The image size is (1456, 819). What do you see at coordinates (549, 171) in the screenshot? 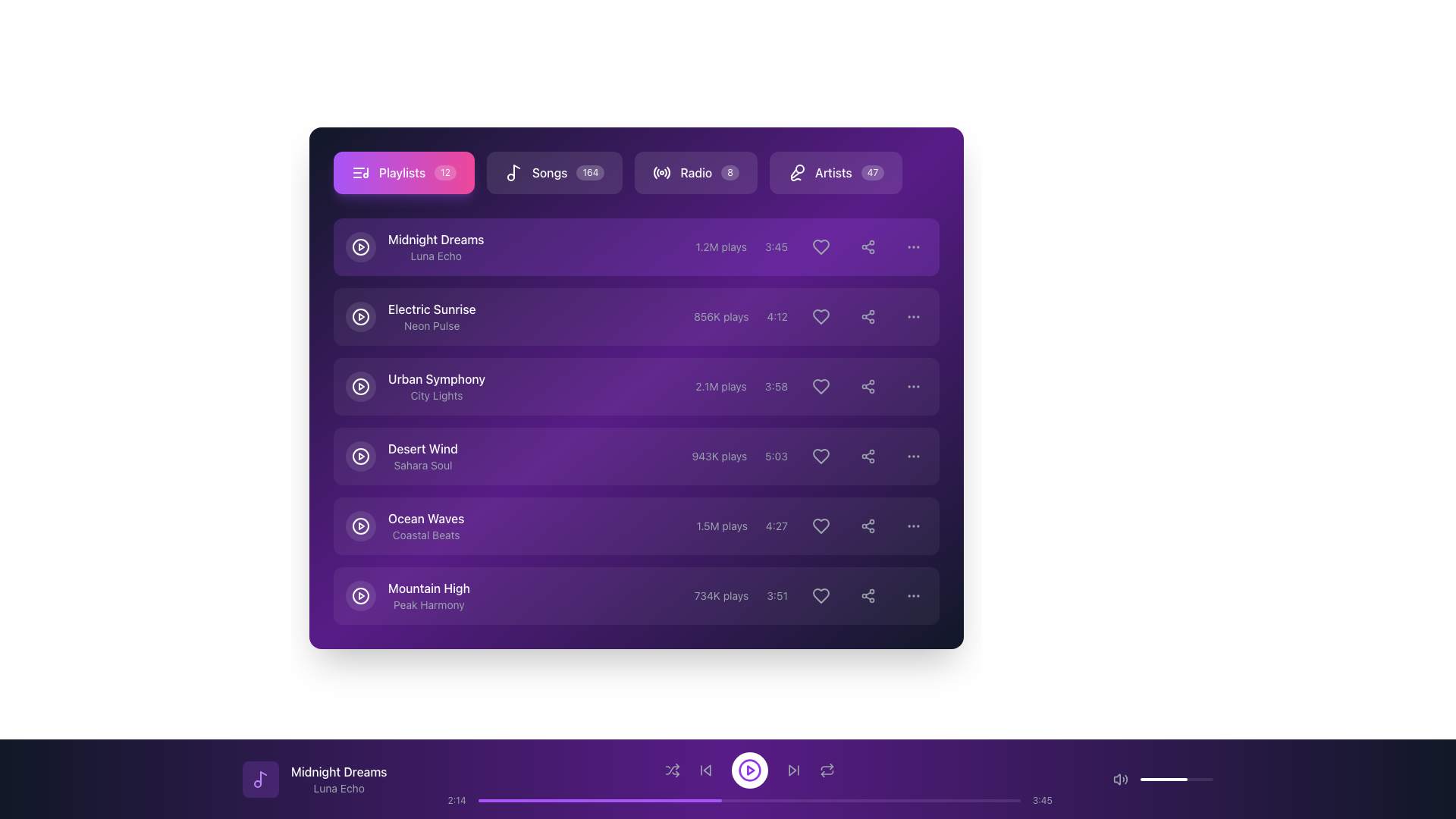
I see `the content of the text label reading 'Songs' in the second position of the horizontal navigation bar` at bounding box center [549, 171].